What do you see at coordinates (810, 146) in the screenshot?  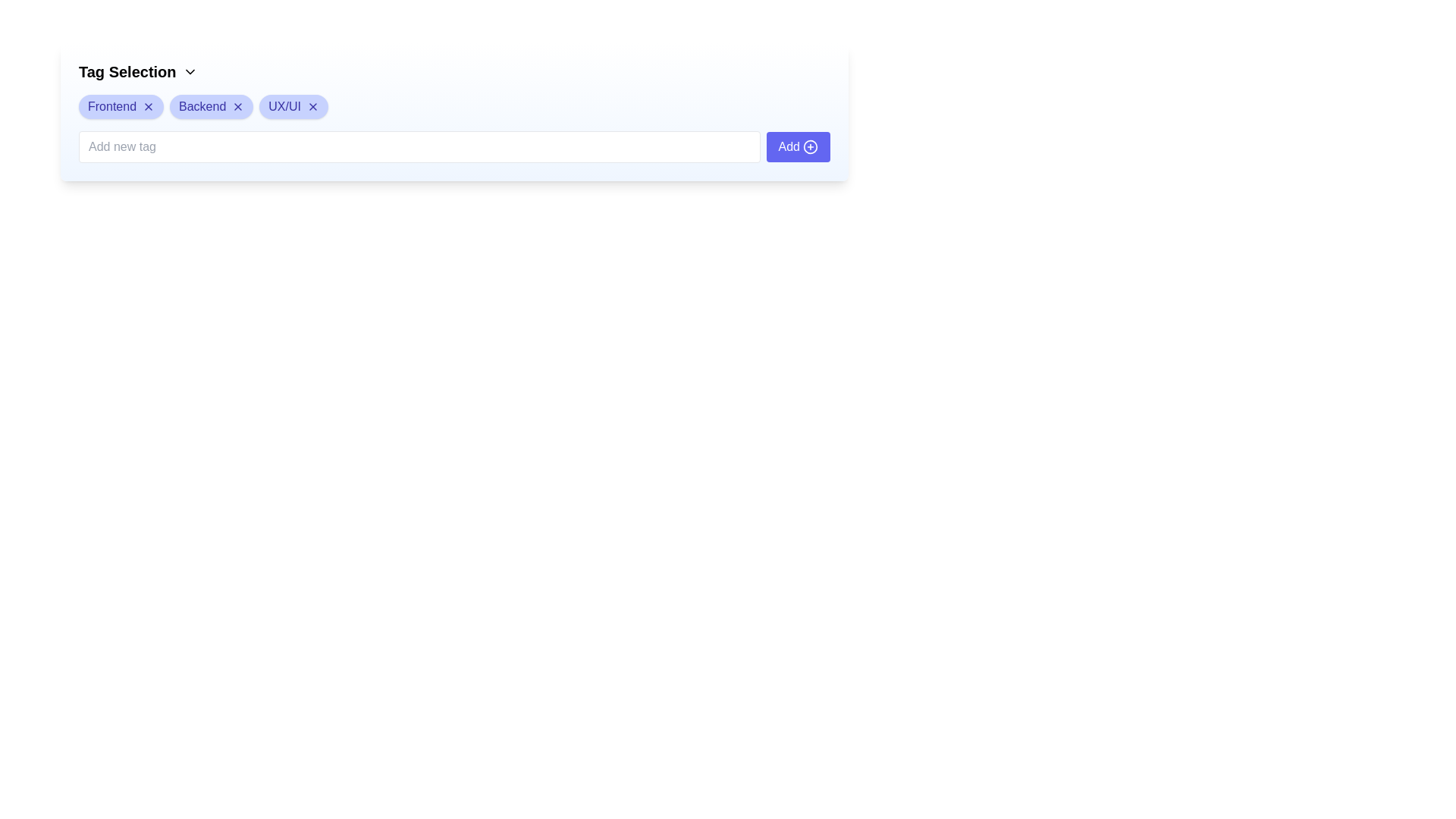 I see `the icon located to the right of the 'Add' button, which visually represents an action for adding or creating something new` at bounding box center [810, 146].